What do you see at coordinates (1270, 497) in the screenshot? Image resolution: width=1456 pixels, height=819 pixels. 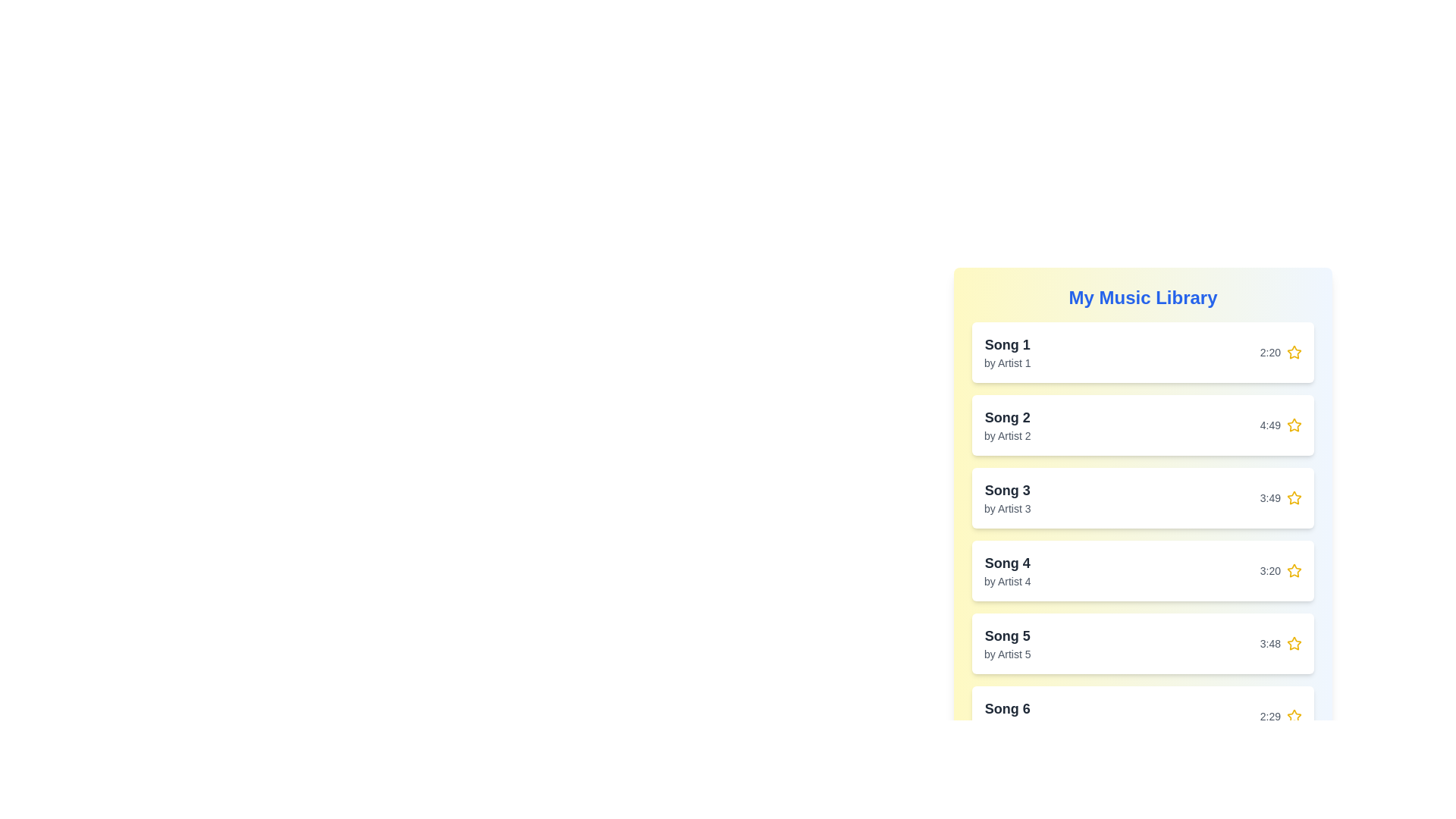 I see `the static text displaying the duration of 'Song 3 by Artist 3', which is located adjacent to a star icon` at bounding box center [1270, 497].